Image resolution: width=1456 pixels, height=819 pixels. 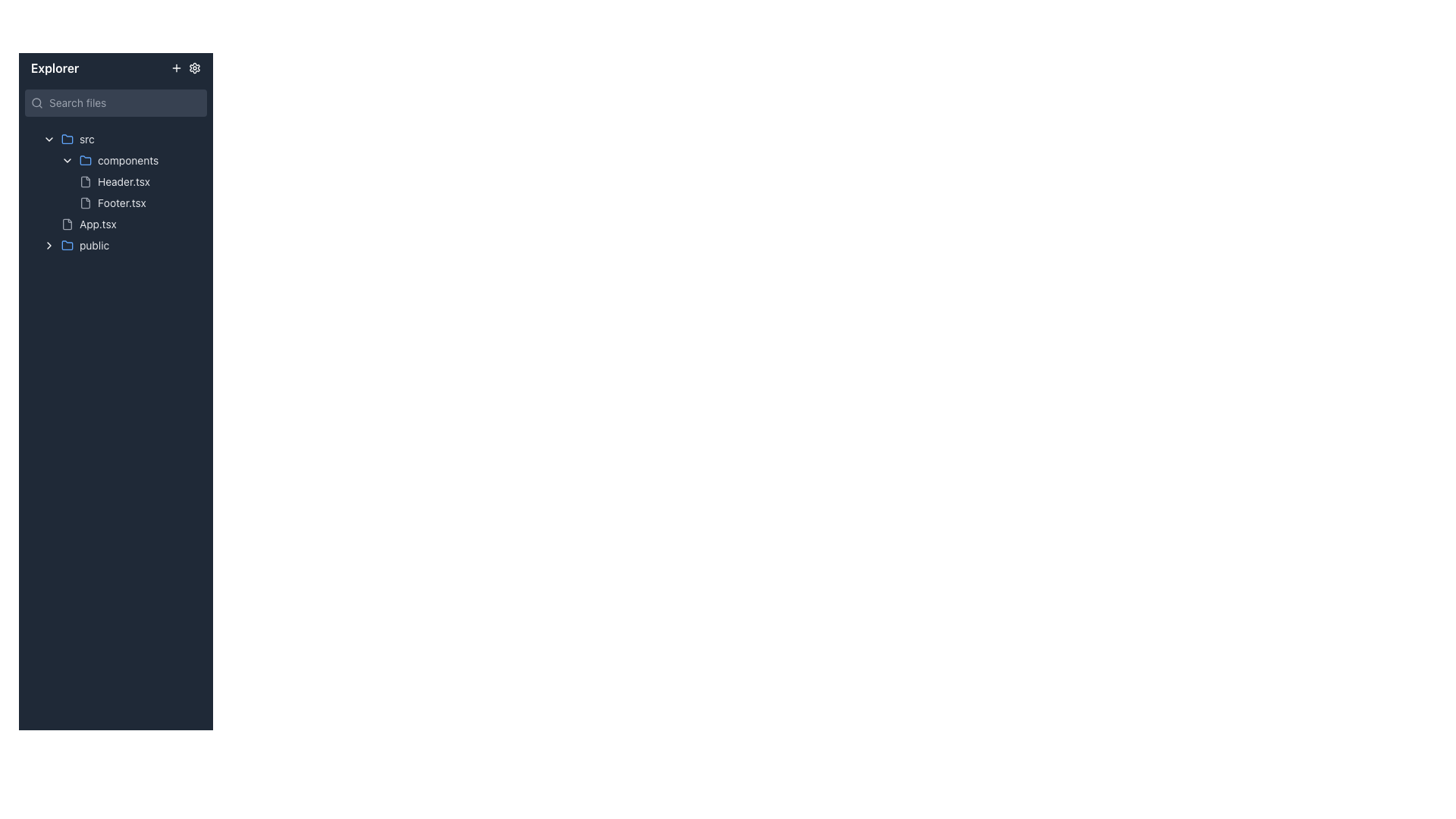 What do you see at coordinates (93, 245) in the screenshot?
I see `on the 'public' directory label in the file explorer view` at bounding box center [93, 245].